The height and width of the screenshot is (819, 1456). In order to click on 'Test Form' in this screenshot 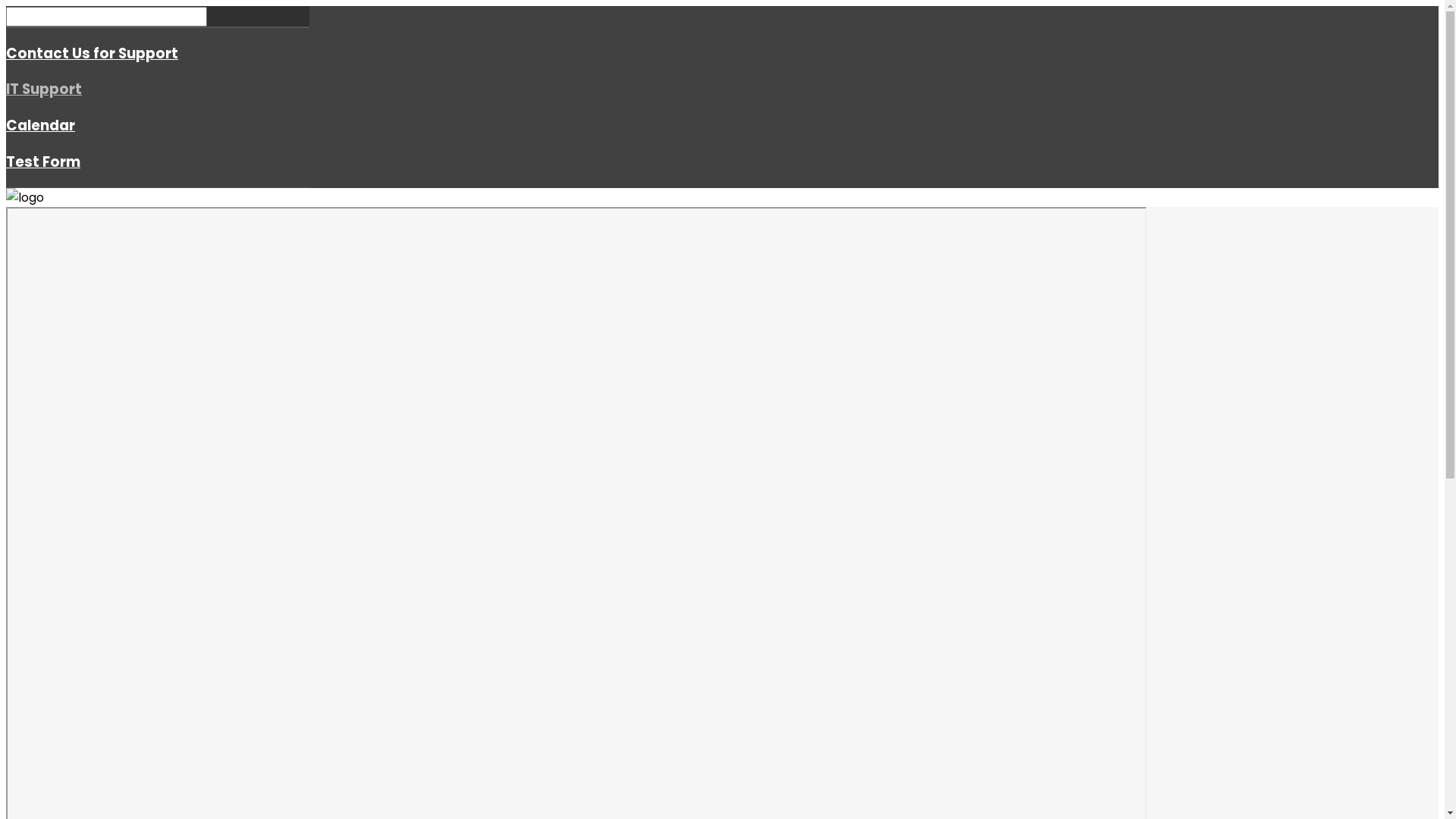, I will do `click(6, 162)`.